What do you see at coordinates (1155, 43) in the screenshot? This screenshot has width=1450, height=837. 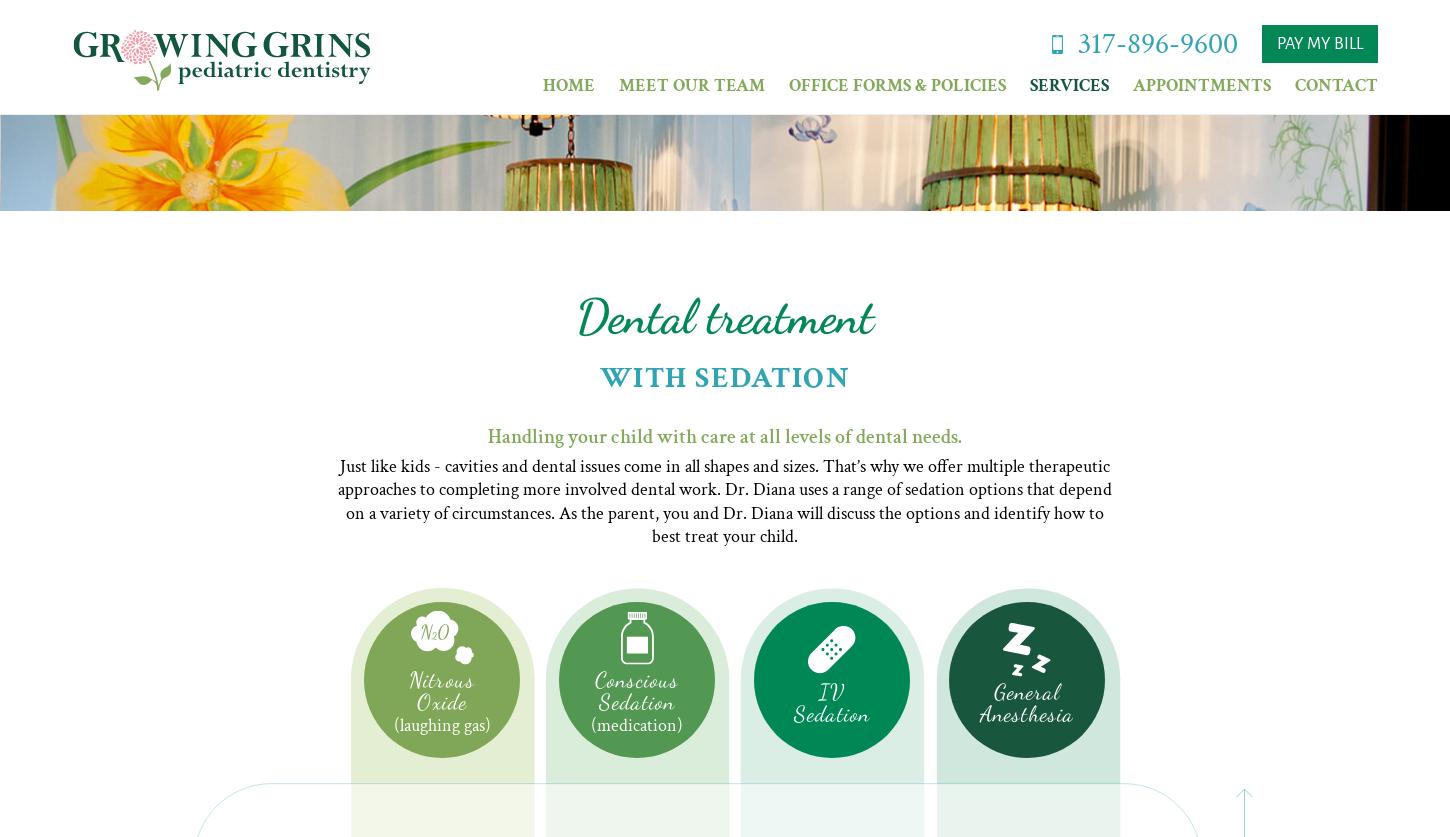 I see `'317-896-9600'` at bounding box center [1155, 43].